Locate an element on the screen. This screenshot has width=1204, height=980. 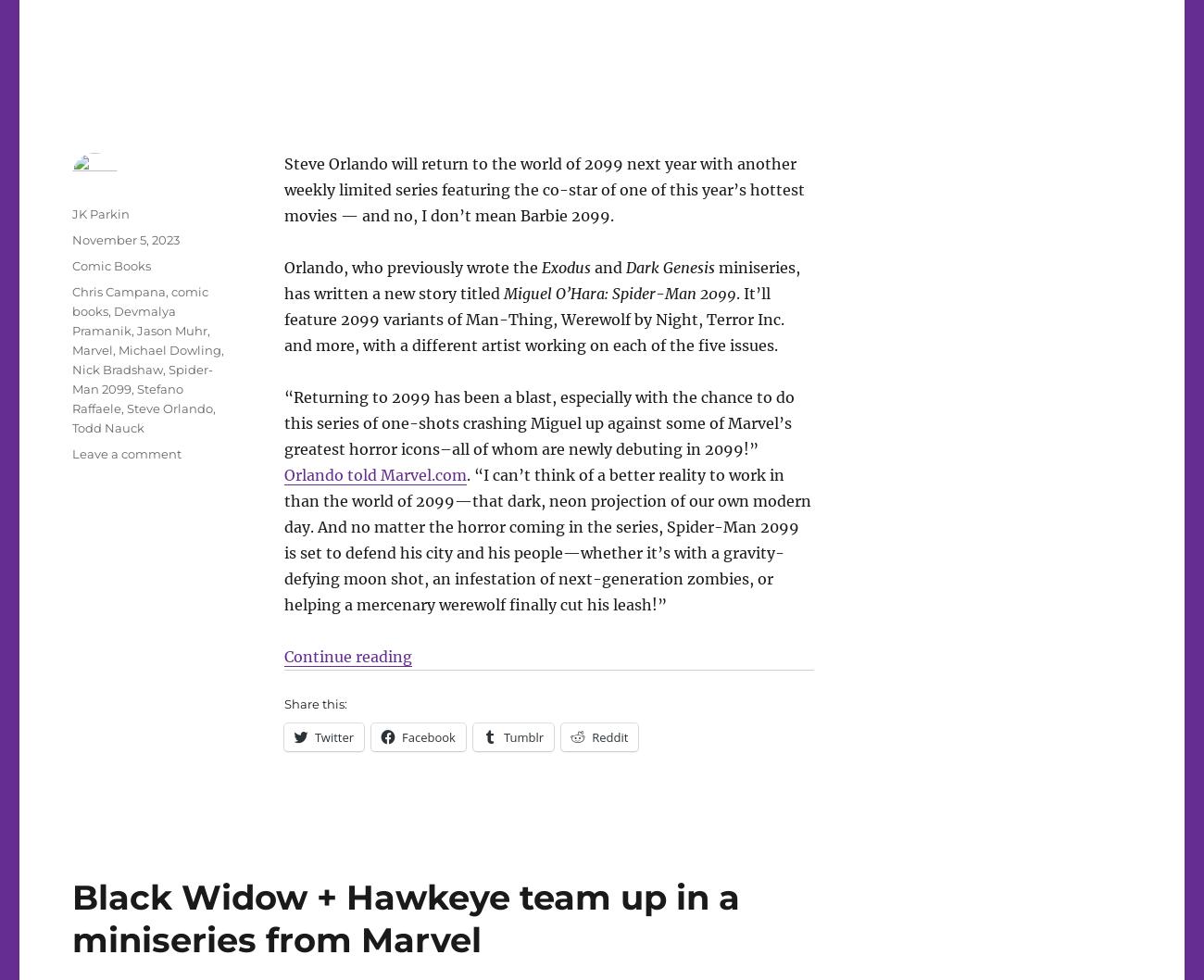
'miniseries, has written a new story titled' is located at coordinates (540, 280).